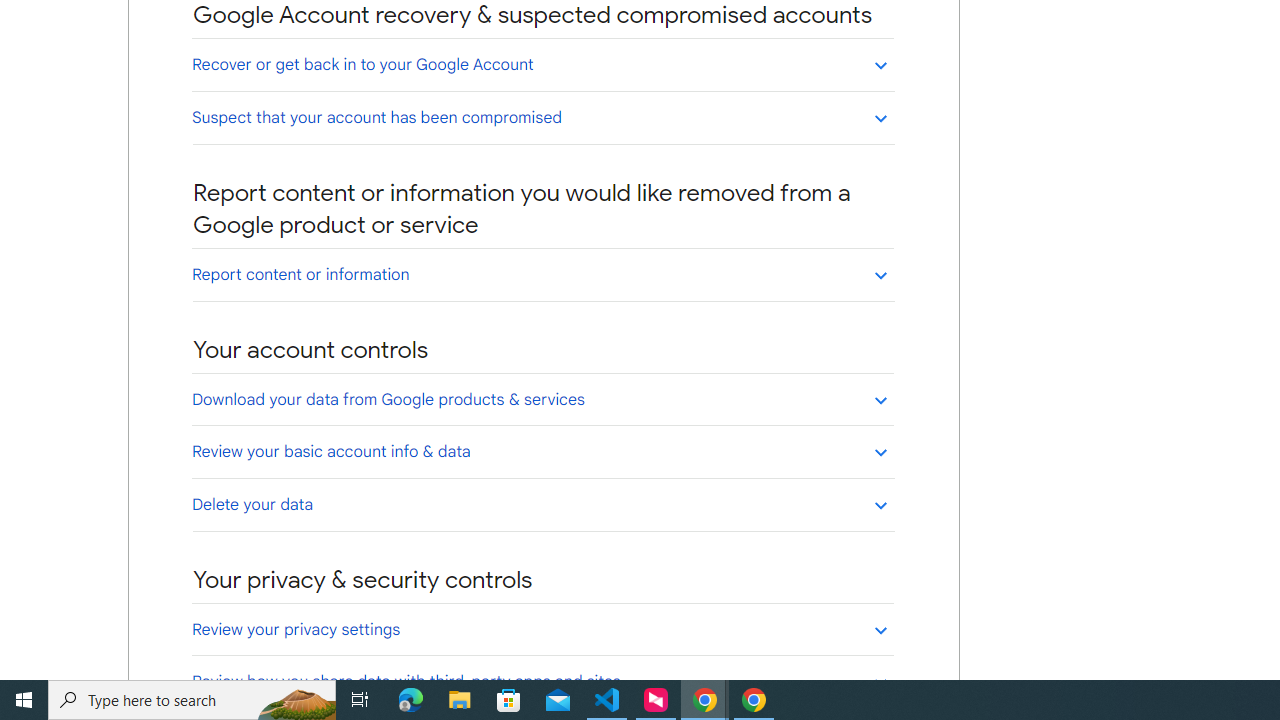  What do you see at coordinates (542, 680) in the screenshot?
I see `'Review how you share data with third-party apps and sites'` at bounding box center [542, 680].